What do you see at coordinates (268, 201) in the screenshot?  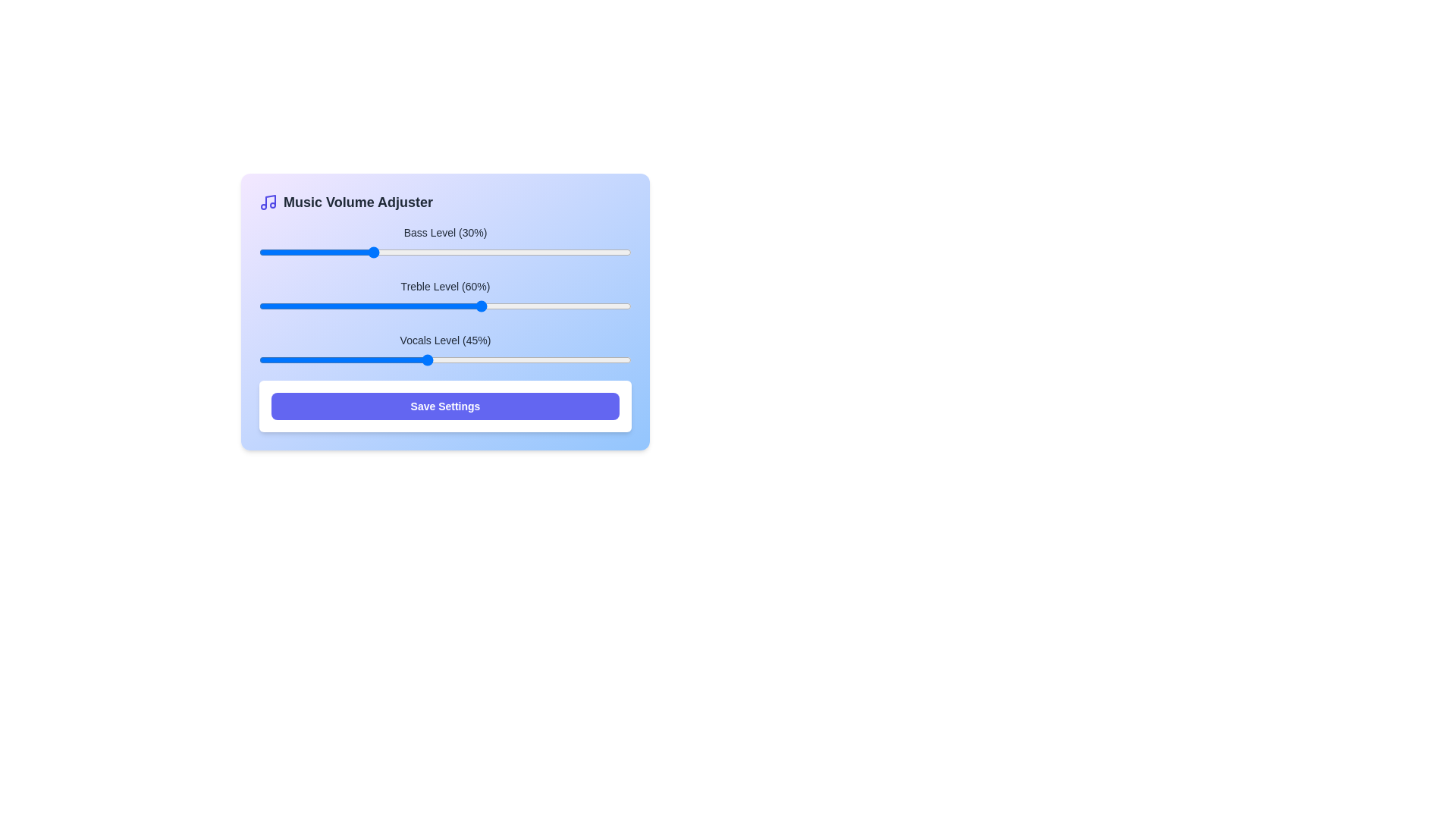 I see `the indigo music-note-themed icon located on the left side of the 'Music Volume Adjuster' header` at bounding box center [268, 201].